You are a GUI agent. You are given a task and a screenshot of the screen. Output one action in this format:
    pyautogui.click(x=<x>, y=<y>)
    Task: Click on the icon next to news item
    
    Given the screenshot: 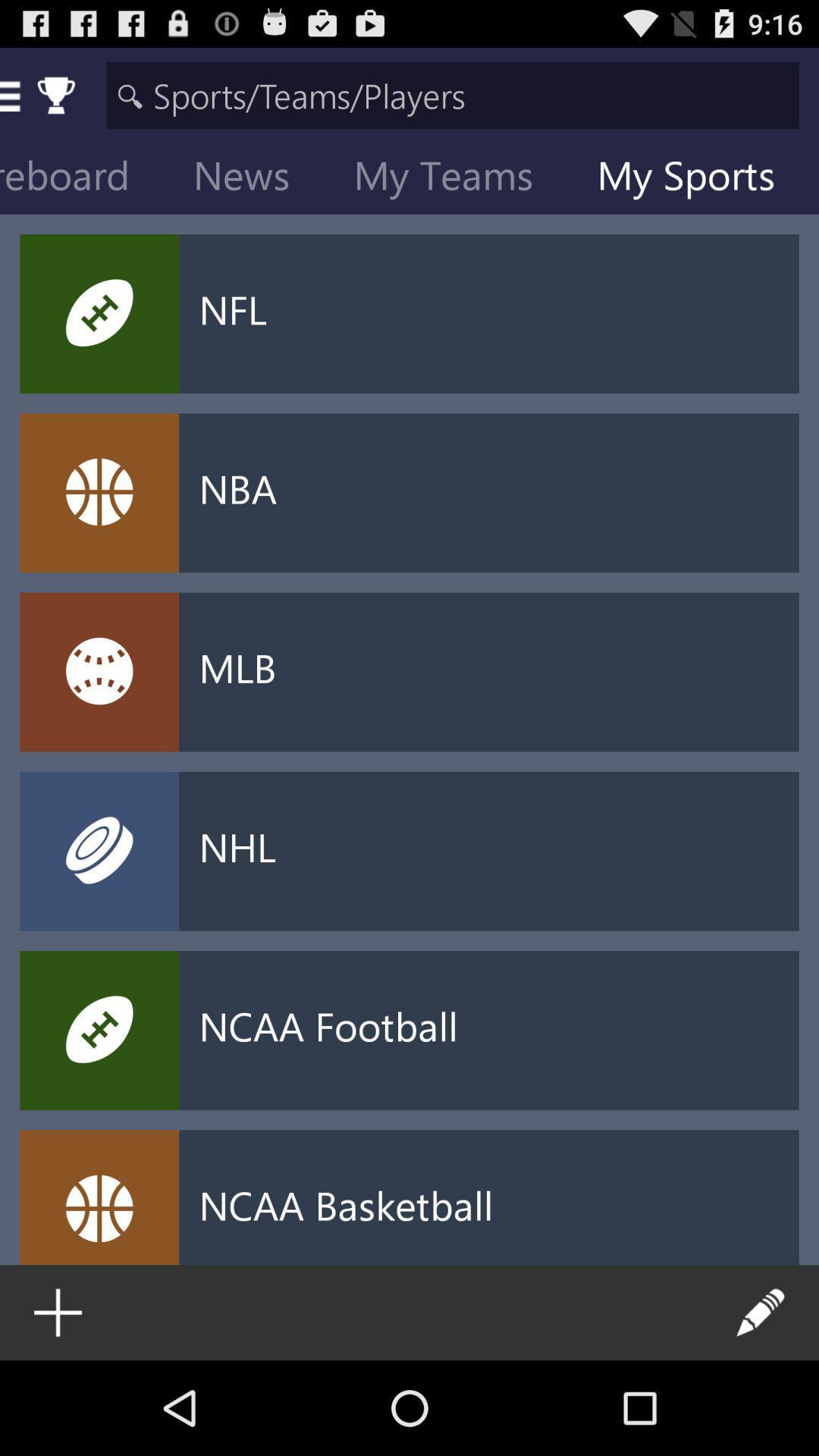 What is the action you would take?
    pyautogui.click(x=454, y=178)
    